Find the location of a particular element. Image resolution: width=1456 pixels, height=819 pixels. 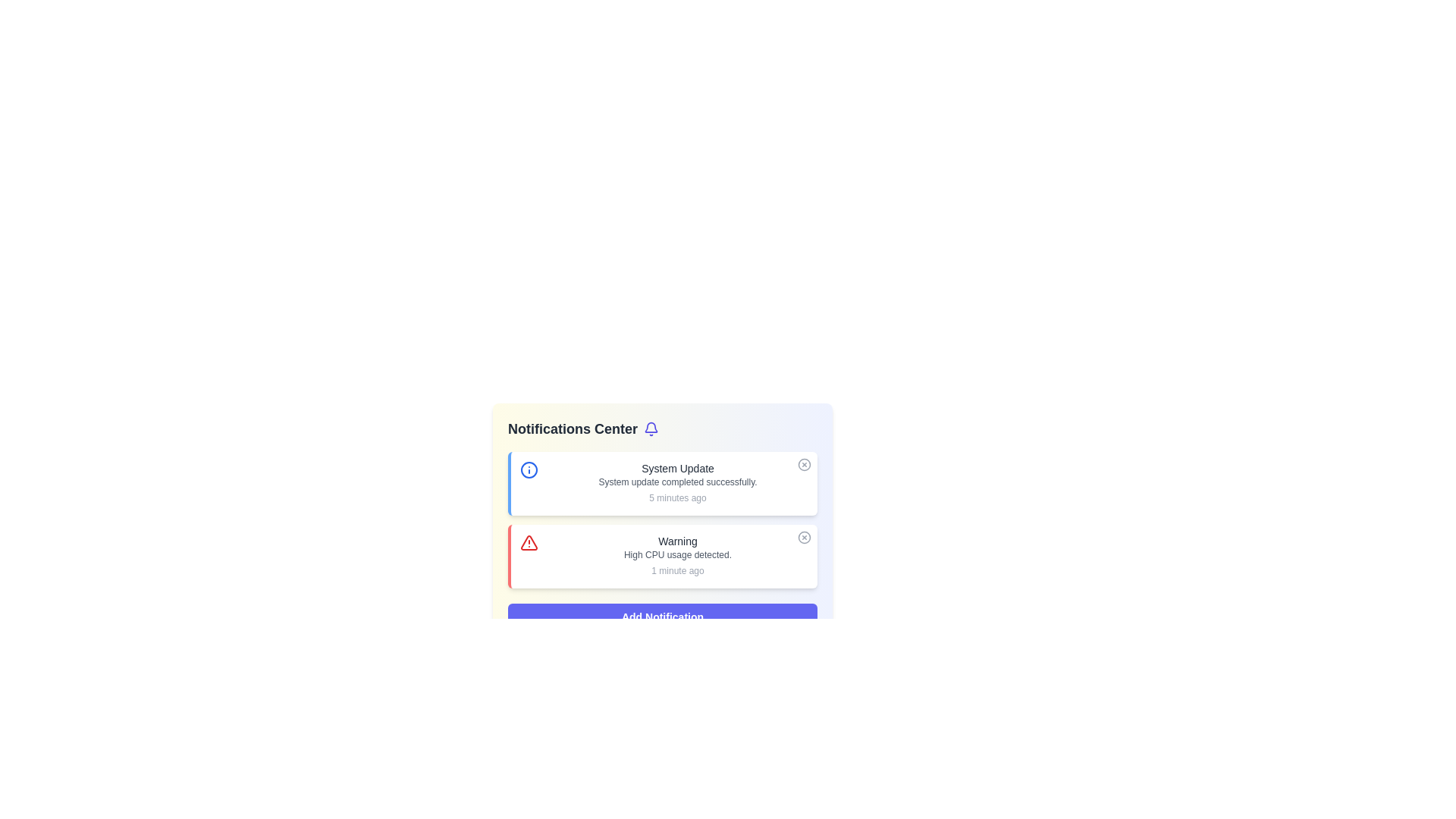

the static text element confirming the successful completion of a system update, which is located below the heading 'System Update' and above the text '5 minutes ago' in the notifications center is located at coordinates (676, 482).